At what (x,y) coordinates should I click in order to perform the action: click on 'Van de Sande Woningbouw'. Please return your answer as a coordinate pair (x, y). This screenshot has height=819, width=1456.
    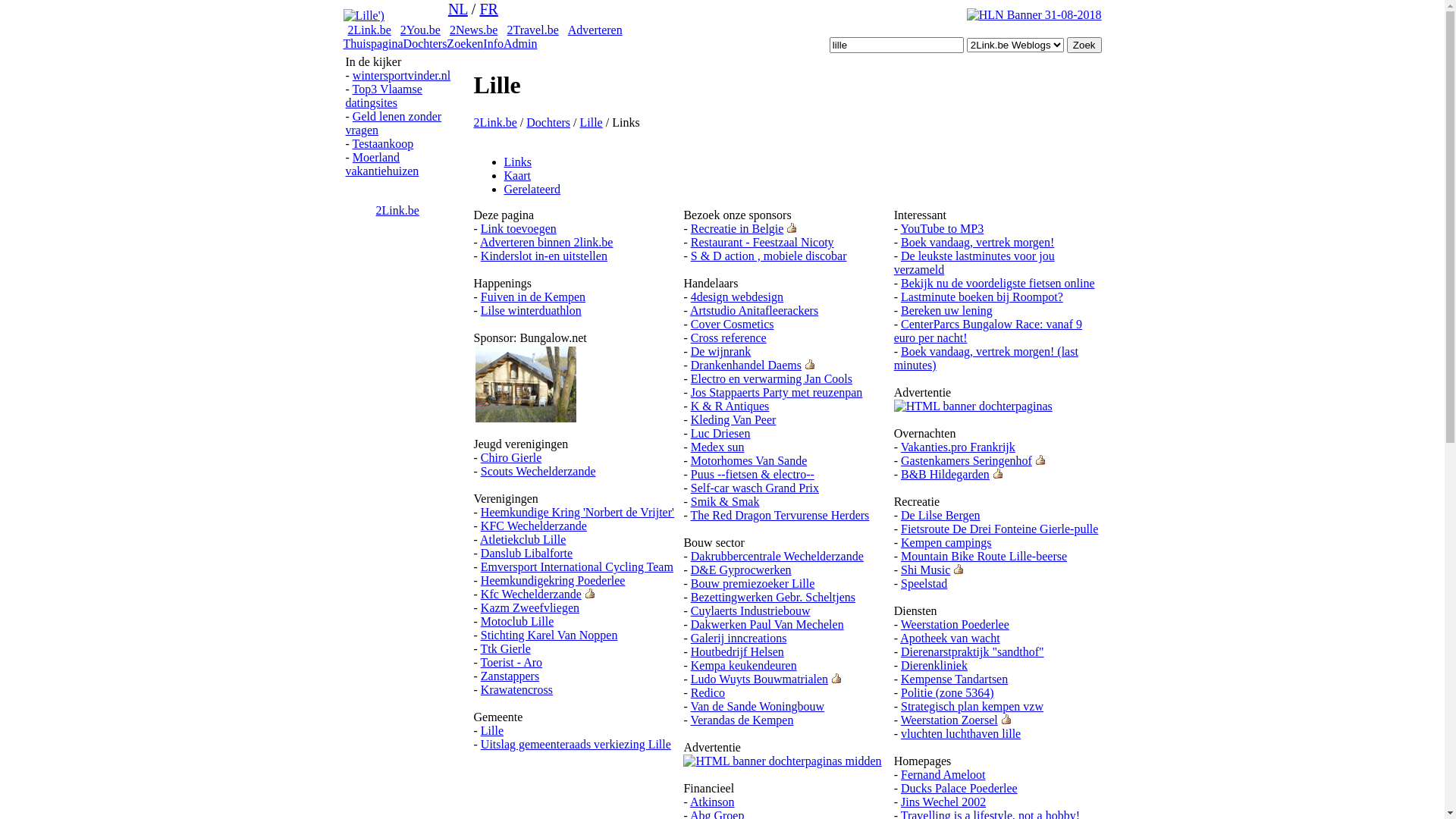
    Looking at the image, I should click on (757, 706).